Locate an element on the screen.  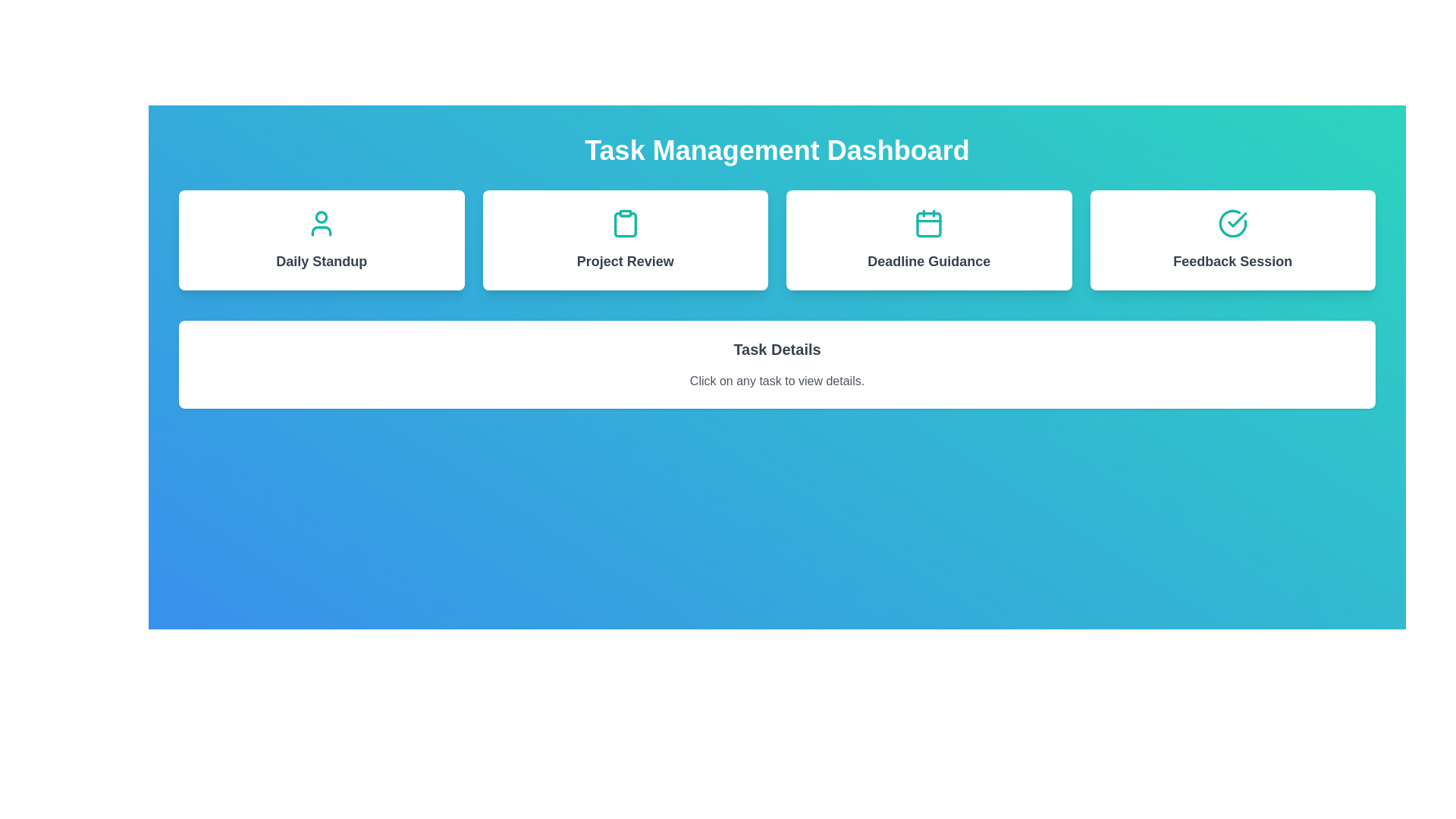
the 'Deadline Guidance' button, which is the third card in a row of four within the task management interface is located at coordinates (928, 239).